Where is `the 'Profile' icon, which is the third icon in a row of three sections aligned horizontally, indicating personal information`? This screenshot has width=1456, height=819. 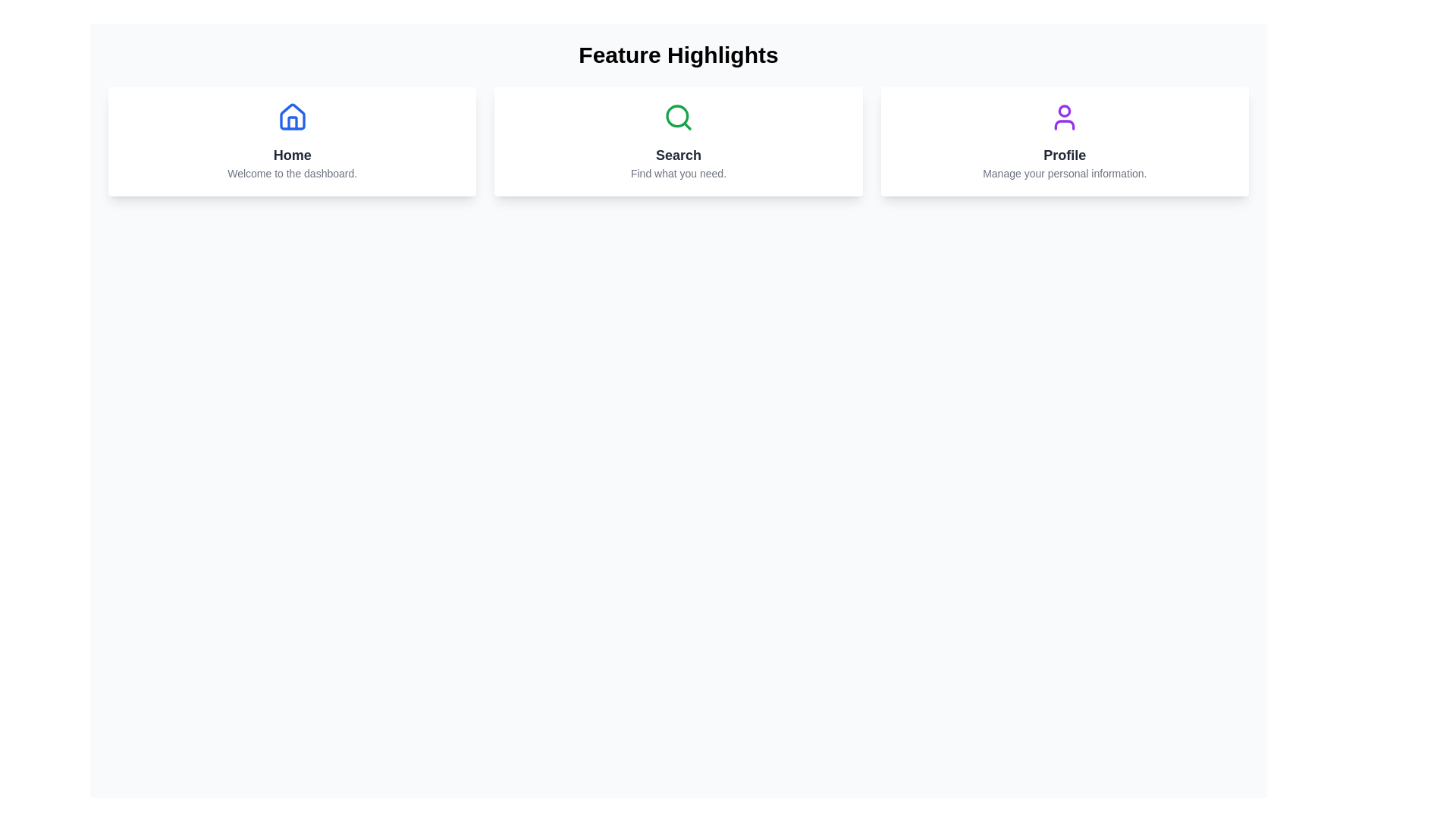 the 'Profile' icon, which is the third icon in a row of three sections aligned horizontally, indicating personal information is located at coordinates (1064, 116).